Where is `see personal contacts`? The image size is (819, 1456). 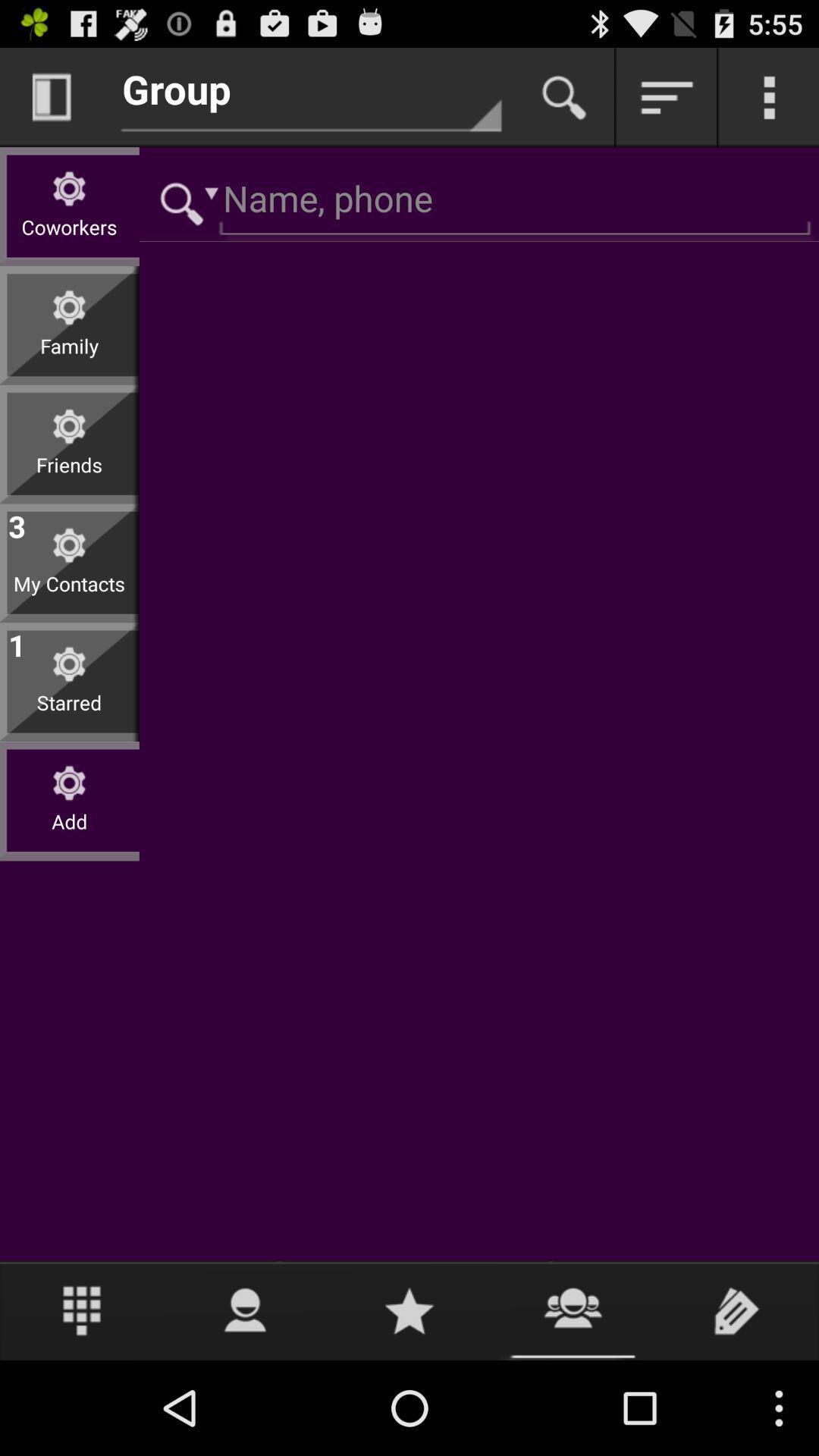 see personal contacts is located at coordinates (245, 1310).